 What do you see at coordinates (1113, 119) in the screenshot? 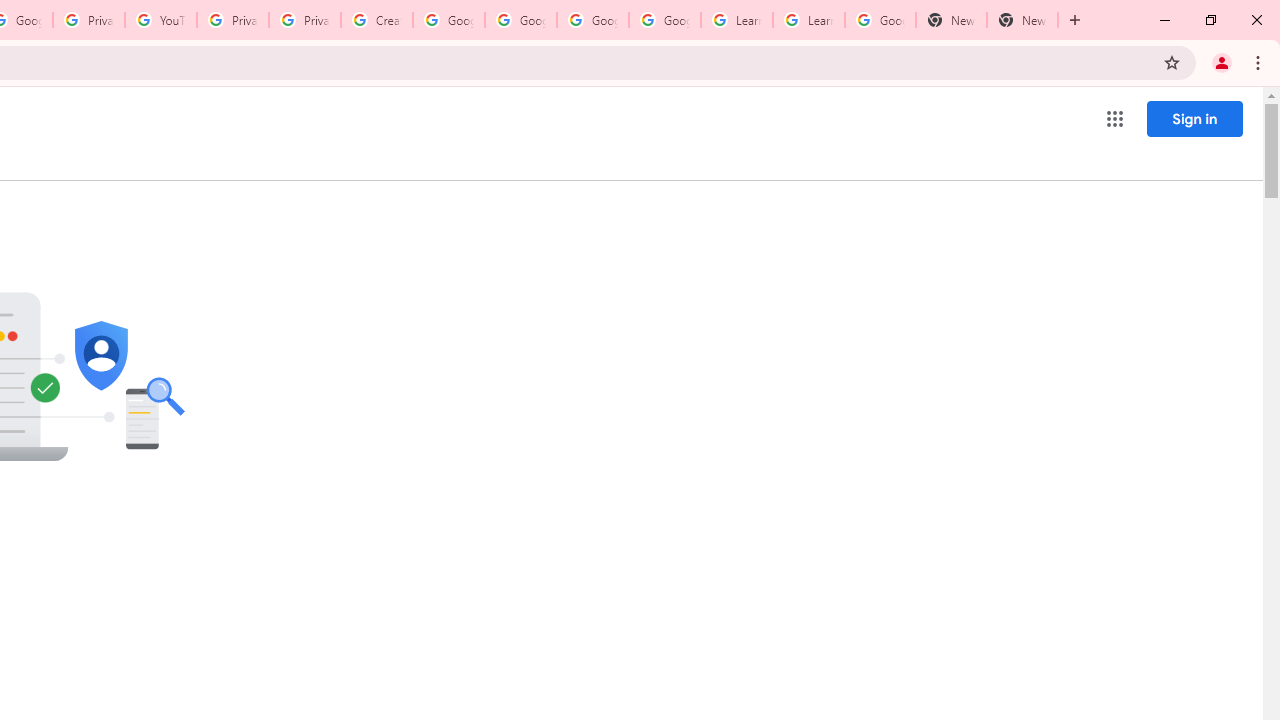
I see `'Google apps'` at bounding box center [1113, 119].